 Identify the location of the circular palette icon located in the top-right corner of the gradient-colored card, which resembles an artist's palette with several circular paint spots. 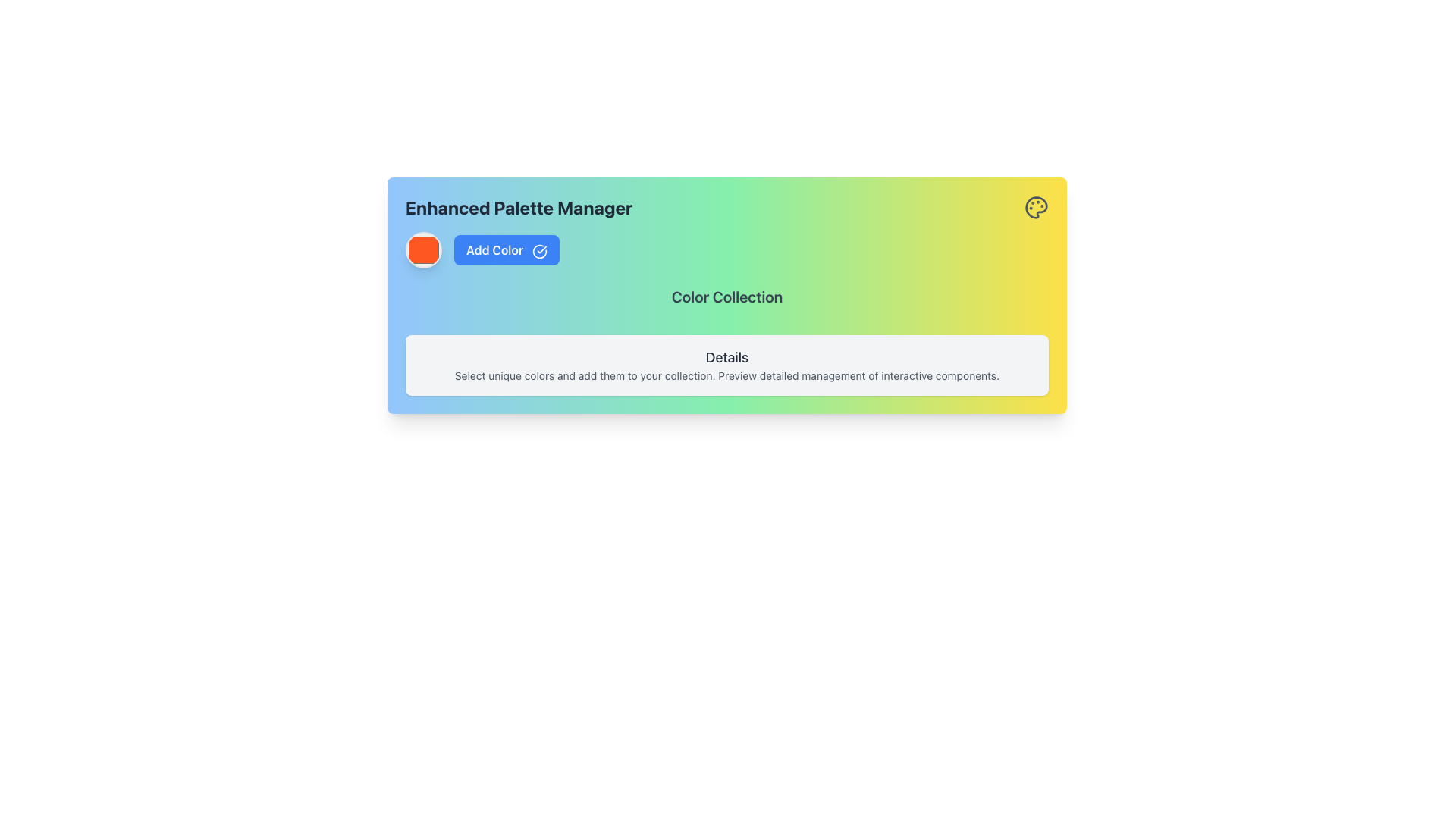
(1036, 207).